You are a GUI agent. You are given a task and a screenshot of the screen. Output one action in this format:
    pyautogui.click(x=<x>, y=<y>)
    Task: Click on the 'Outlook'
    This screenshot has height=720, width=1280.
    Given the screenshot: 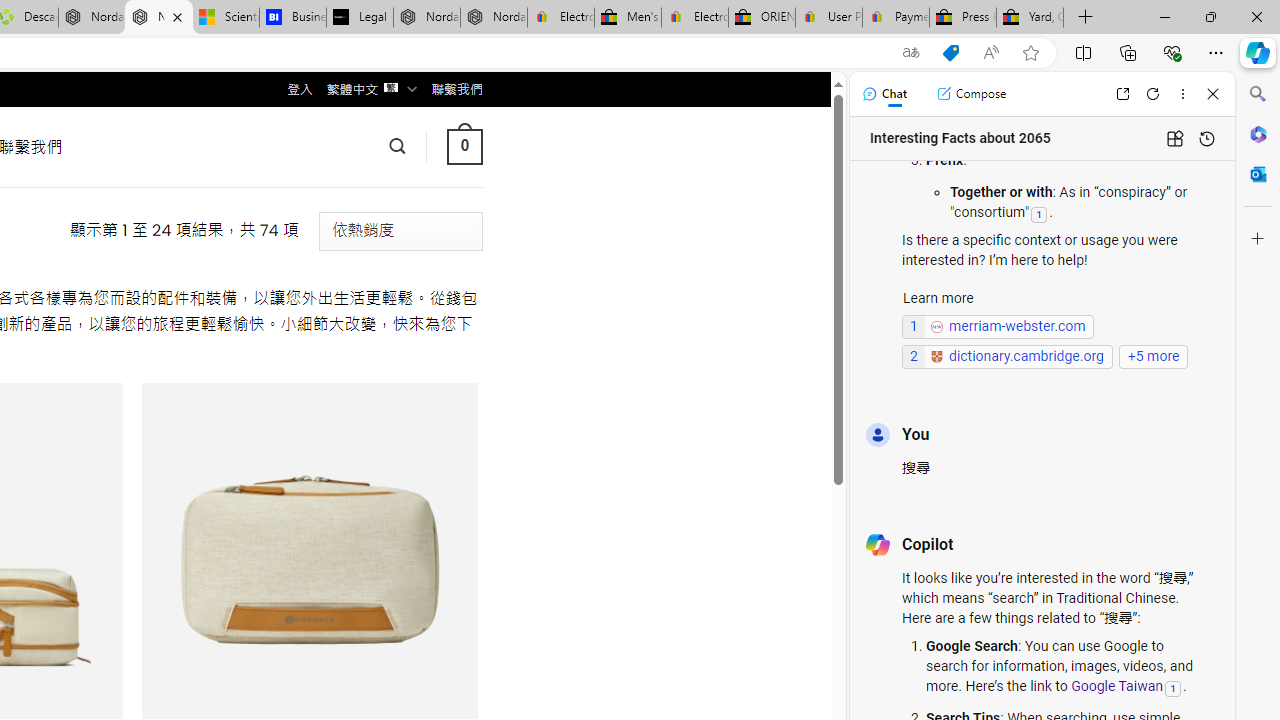 What is the action you would take?
    pyautogui.click(x=1257, y=173)
    